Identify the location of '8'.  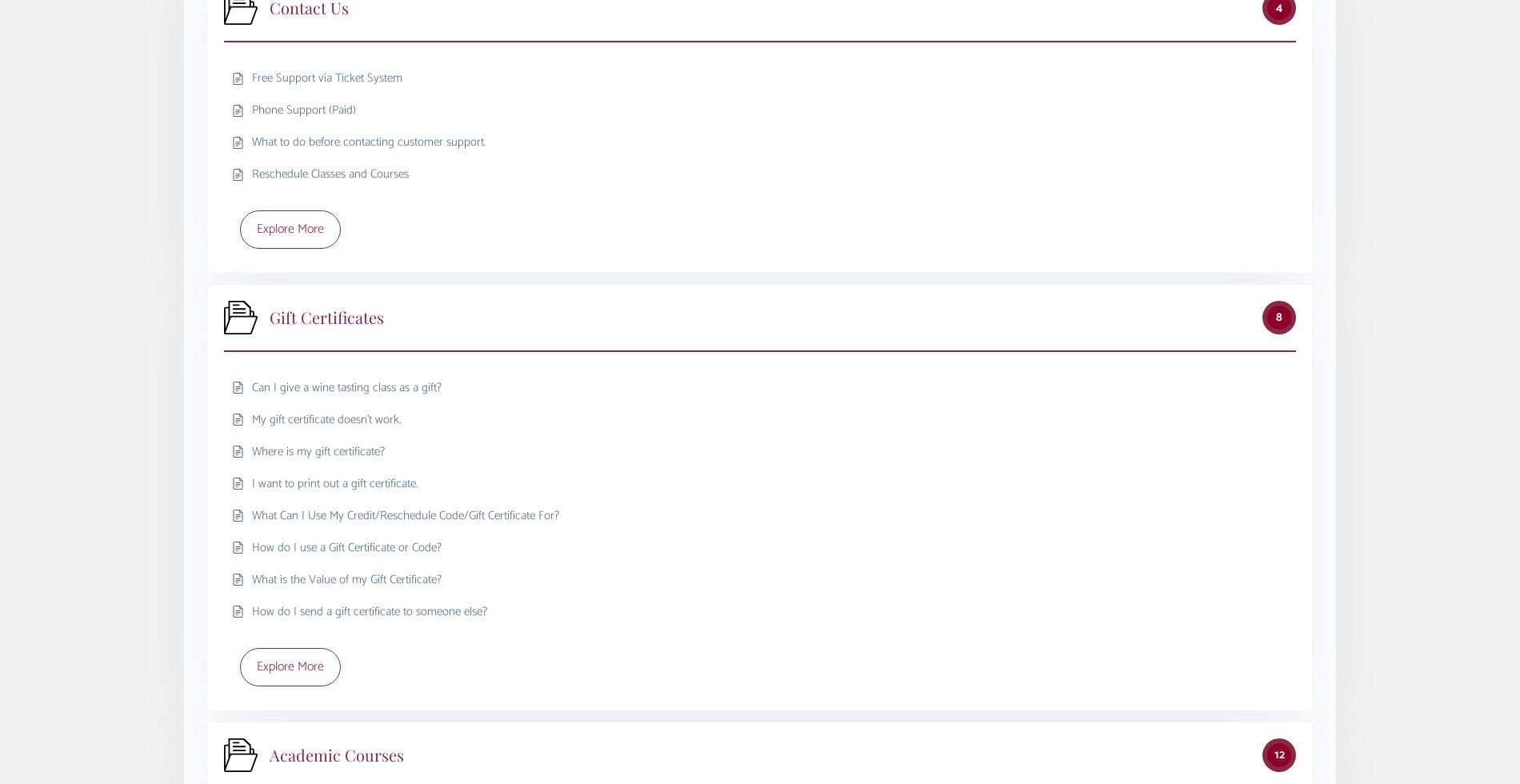
(1279, 316).